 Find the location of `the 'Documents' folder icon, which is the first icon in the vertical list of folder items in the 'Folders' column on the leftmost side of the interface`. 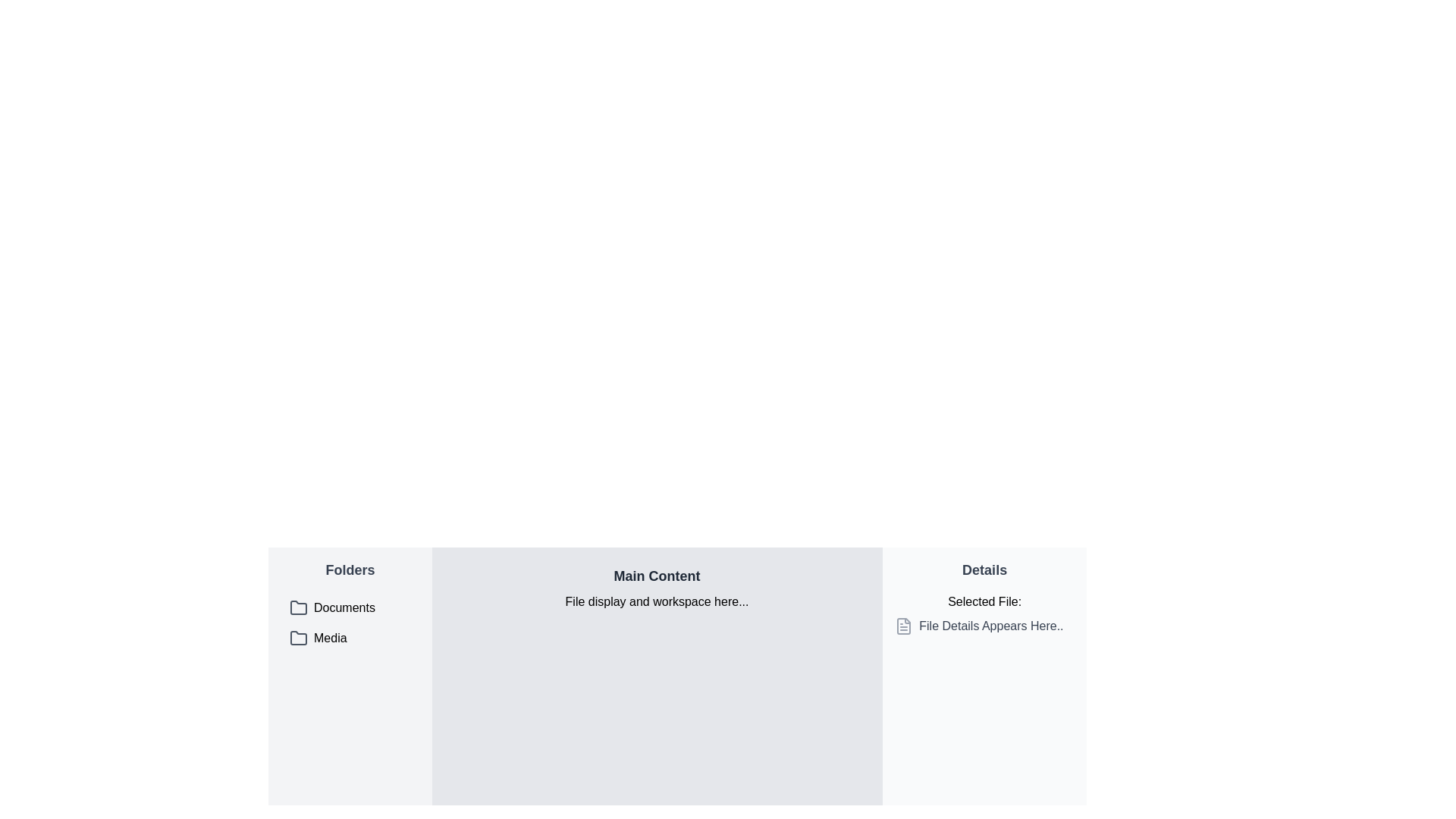

the 'Documents' folder icon, which is the first icon in the vertical list of folder items in the 'Folders' column on the leftmost side of the interface is located at coordinates (298, 607).